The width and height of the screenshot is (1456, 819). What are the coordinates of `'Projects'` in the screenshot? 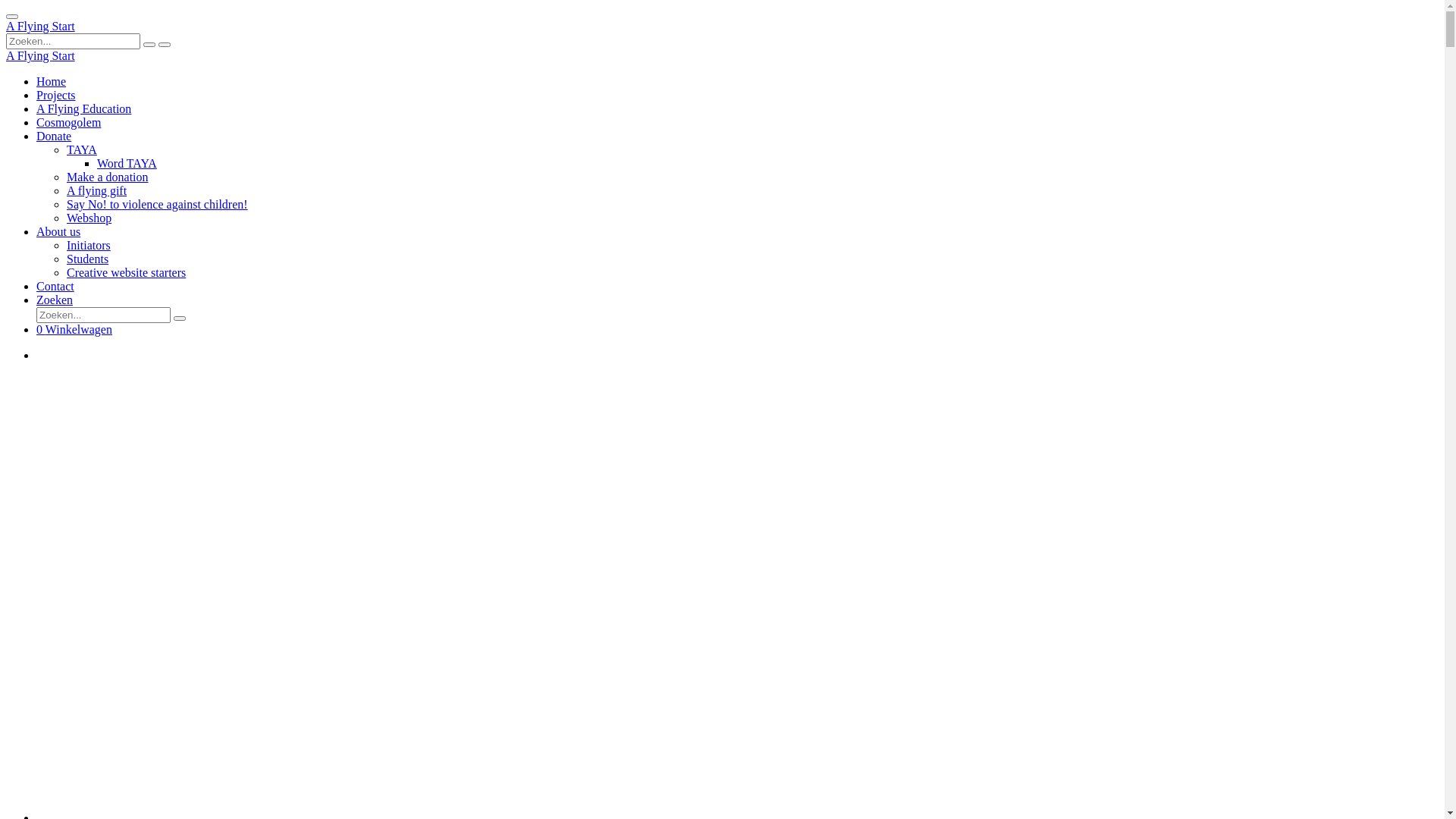 It's located at (36, 95).